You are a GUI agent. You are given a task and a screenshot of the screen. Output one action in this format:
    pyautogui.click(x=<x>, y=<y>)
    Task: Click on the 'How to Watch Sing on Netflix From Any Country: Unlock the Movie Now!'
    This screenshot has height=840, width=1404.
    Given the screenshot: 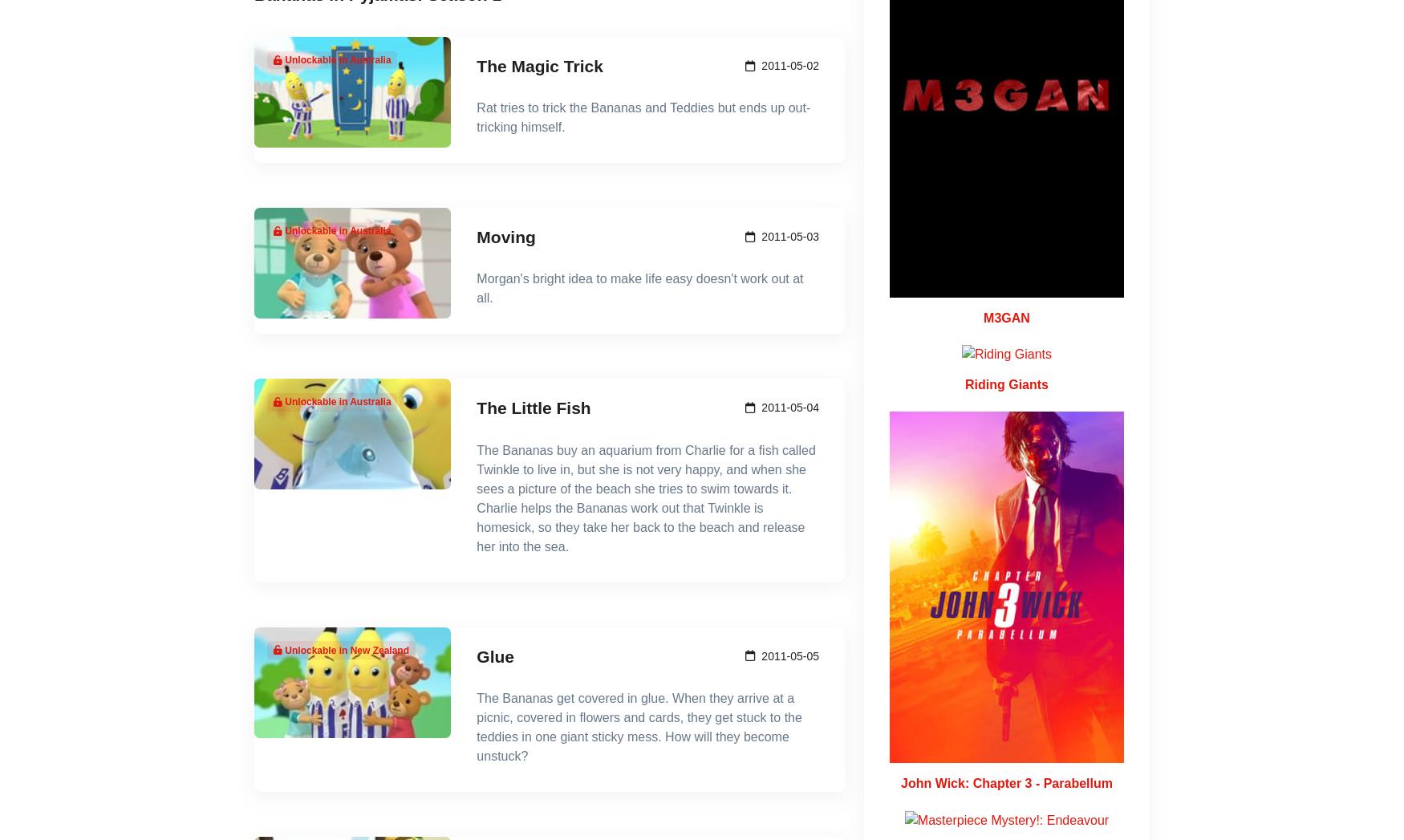 What is the action you would take?
    pyautogui.click(x=394, y=72)
    